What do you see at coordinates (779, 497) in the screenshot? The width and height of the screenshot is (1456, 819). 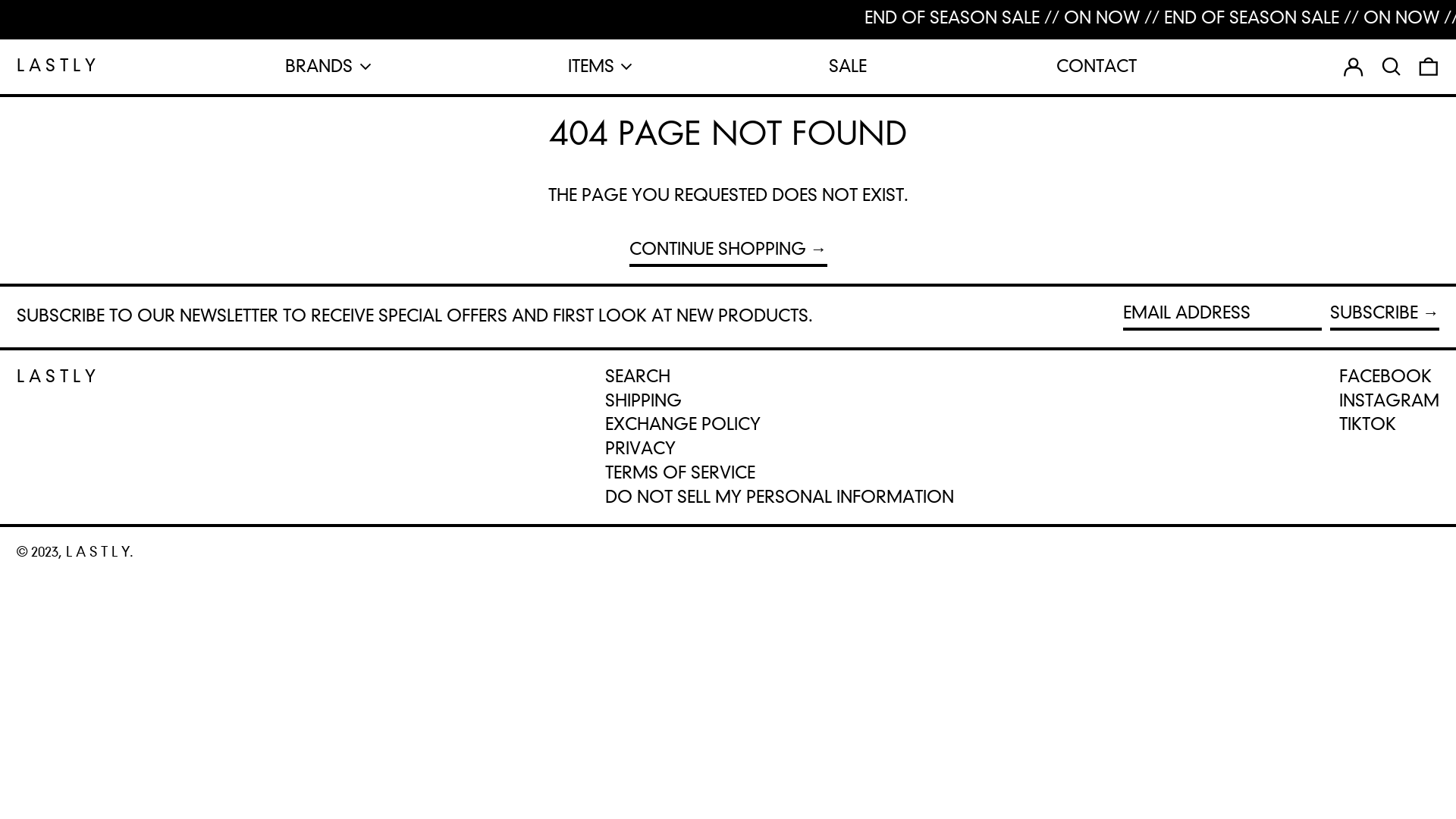 I see `'DO NOT SELL MY PERSONAL INFORMATION'` at bounding box center [779, 497].